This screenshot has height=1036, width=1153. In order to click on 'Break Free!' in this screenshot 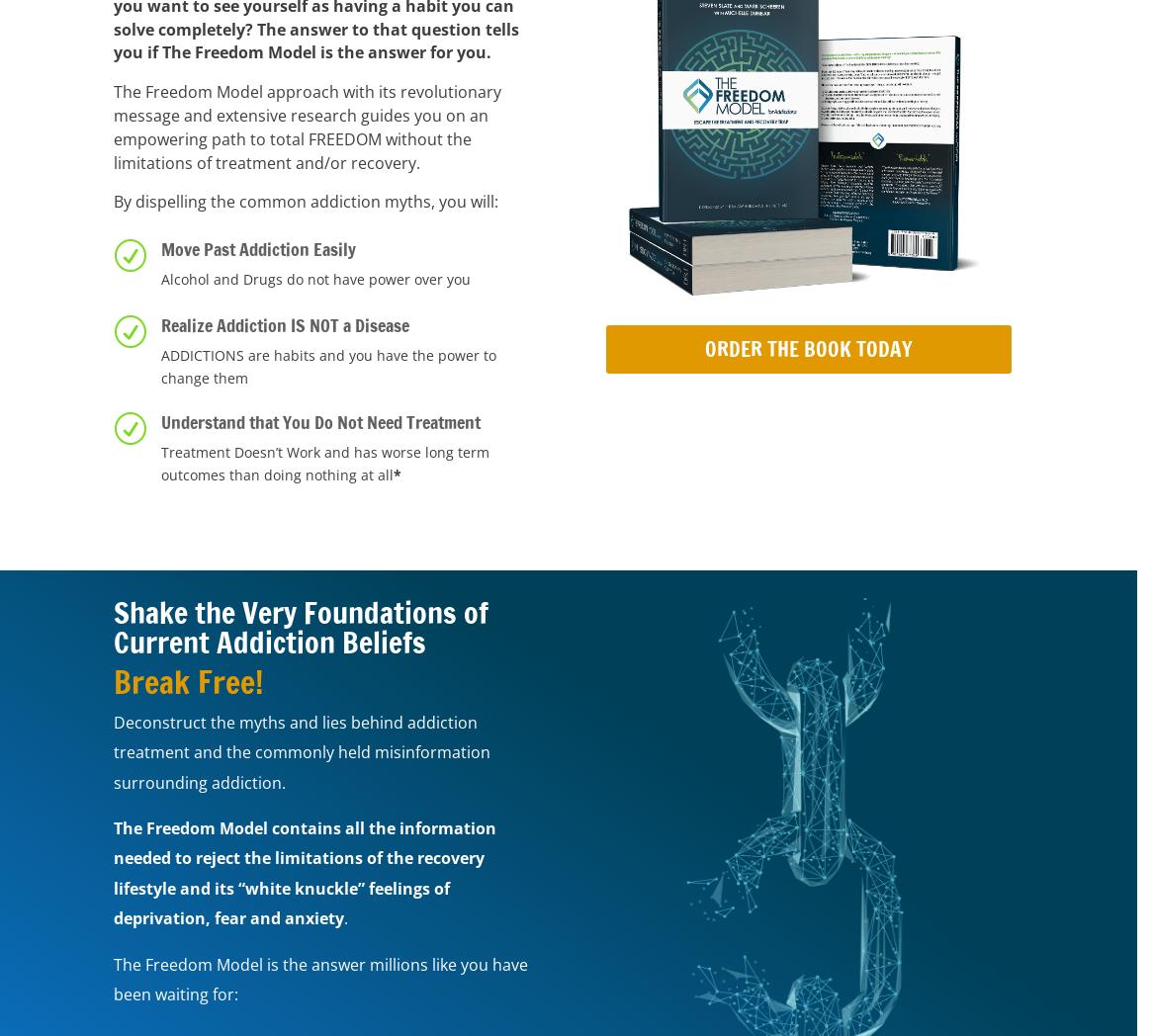, I will do `click(187, 680)`.